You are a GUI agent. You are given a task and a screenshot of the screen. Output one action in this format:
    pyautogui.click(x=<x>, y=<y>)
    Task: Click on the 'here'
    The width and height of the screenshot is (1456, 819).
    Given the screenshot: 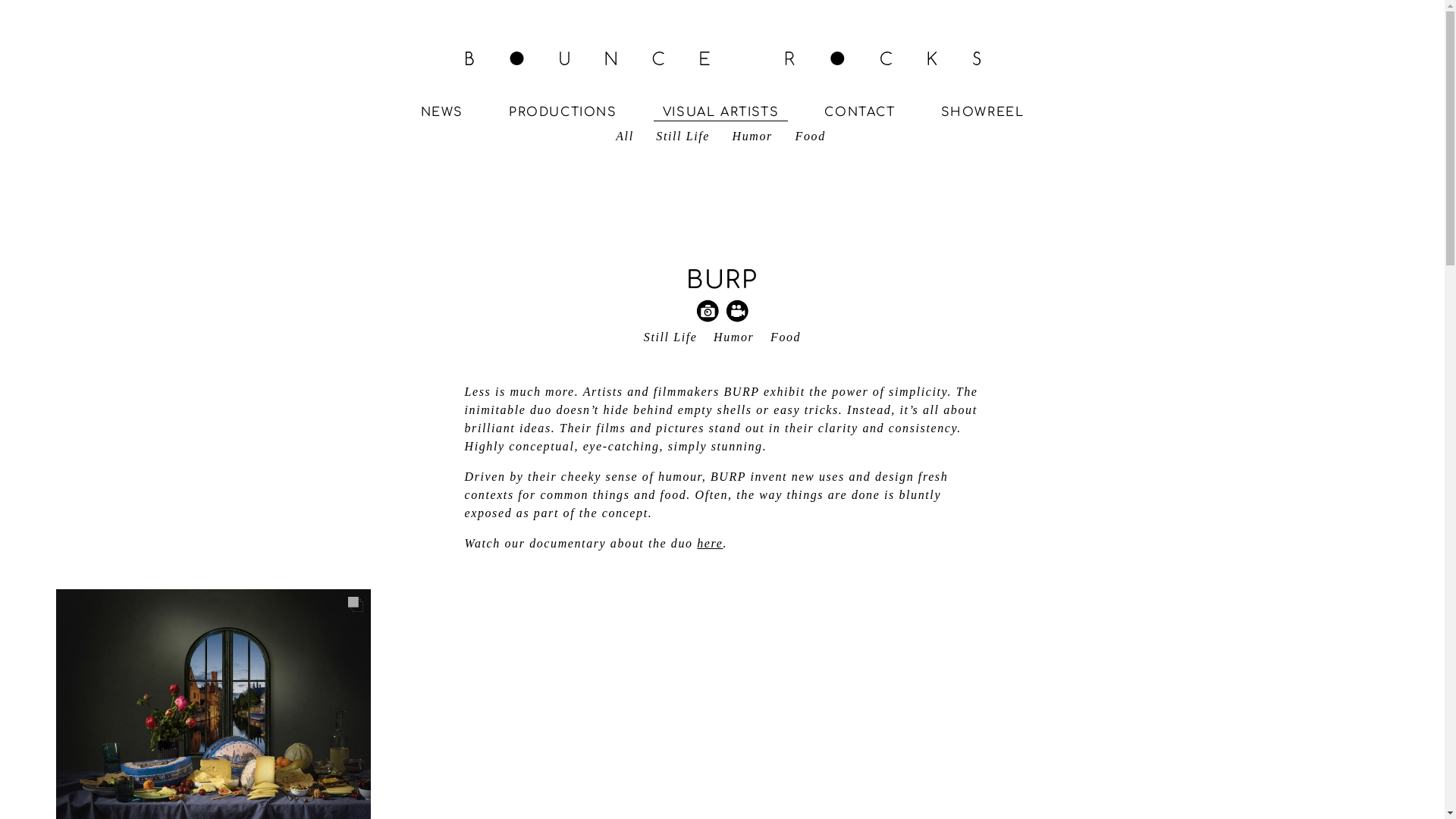 What is the action you would take?
    pyautogui.click(x=709, y=542)
    